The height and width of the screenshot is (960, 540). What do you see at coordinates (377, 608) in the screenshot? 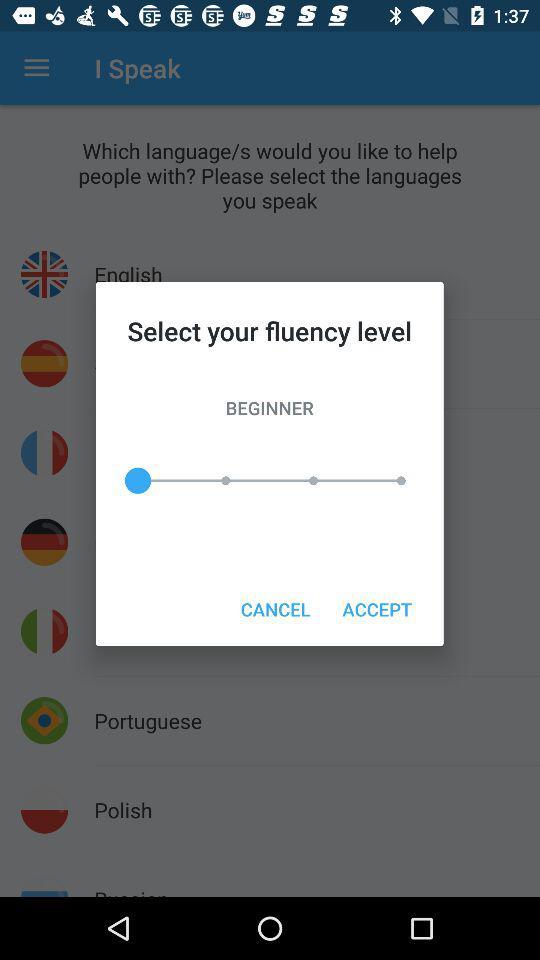
I see `the item next to the cancel item` at bounding box center [377, 608].